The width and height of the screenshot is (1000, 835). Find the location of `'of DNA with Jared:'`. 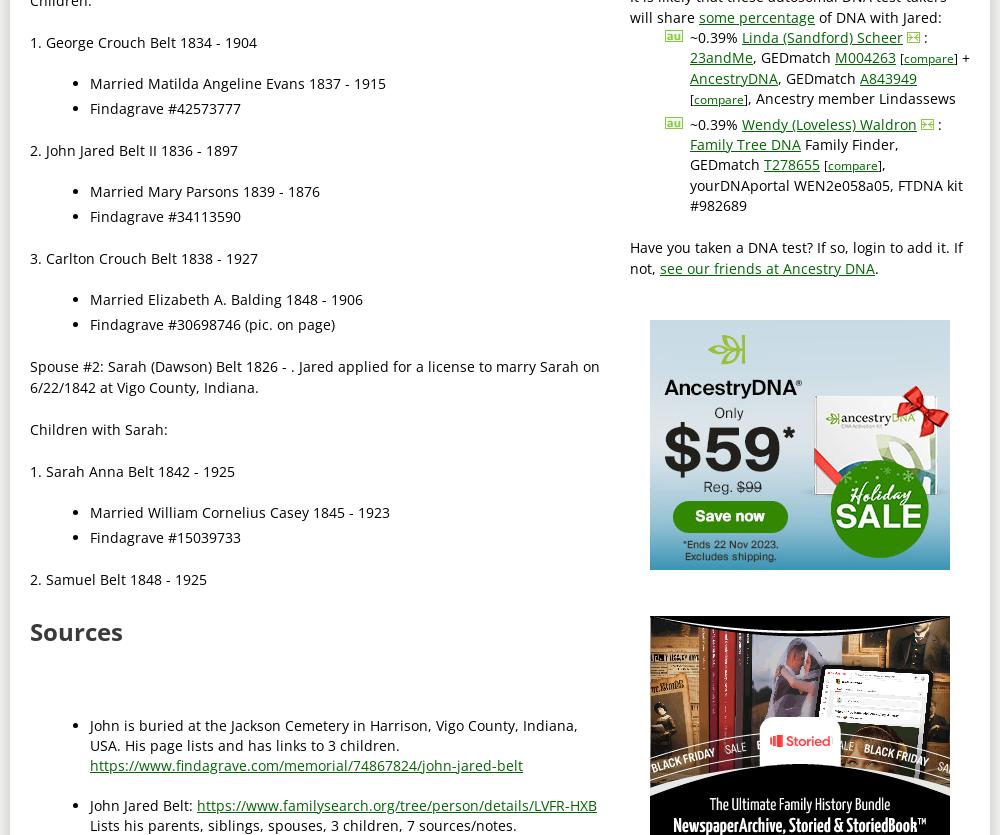

'of DNA with Jared:' is located at coordinates (878, 17).